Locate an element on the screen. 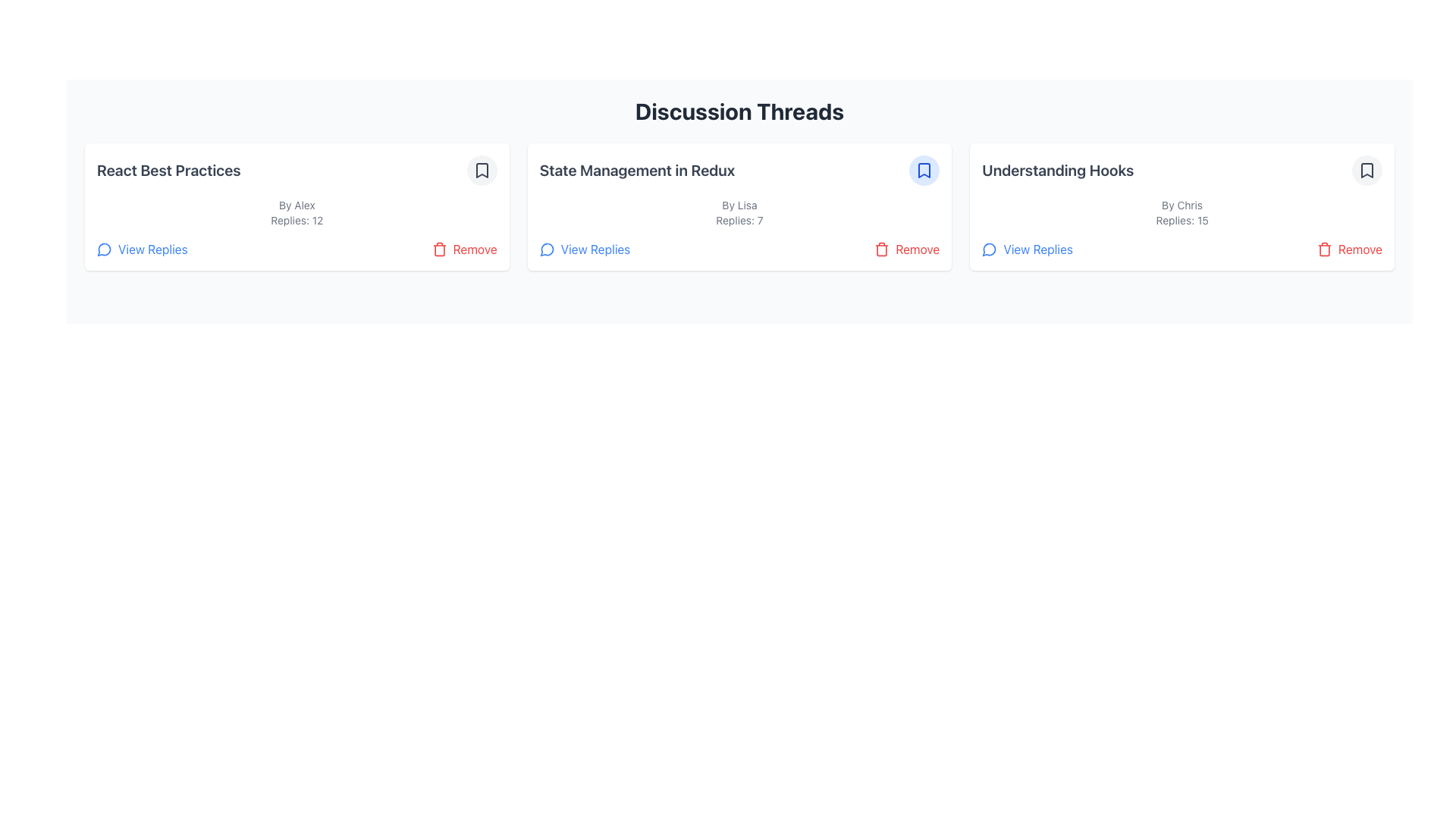  the 'View Replies' button in the interactive button group located at the bottom of the discussion card titled 'State Management in Redux' is located at coordinates (739, 248).